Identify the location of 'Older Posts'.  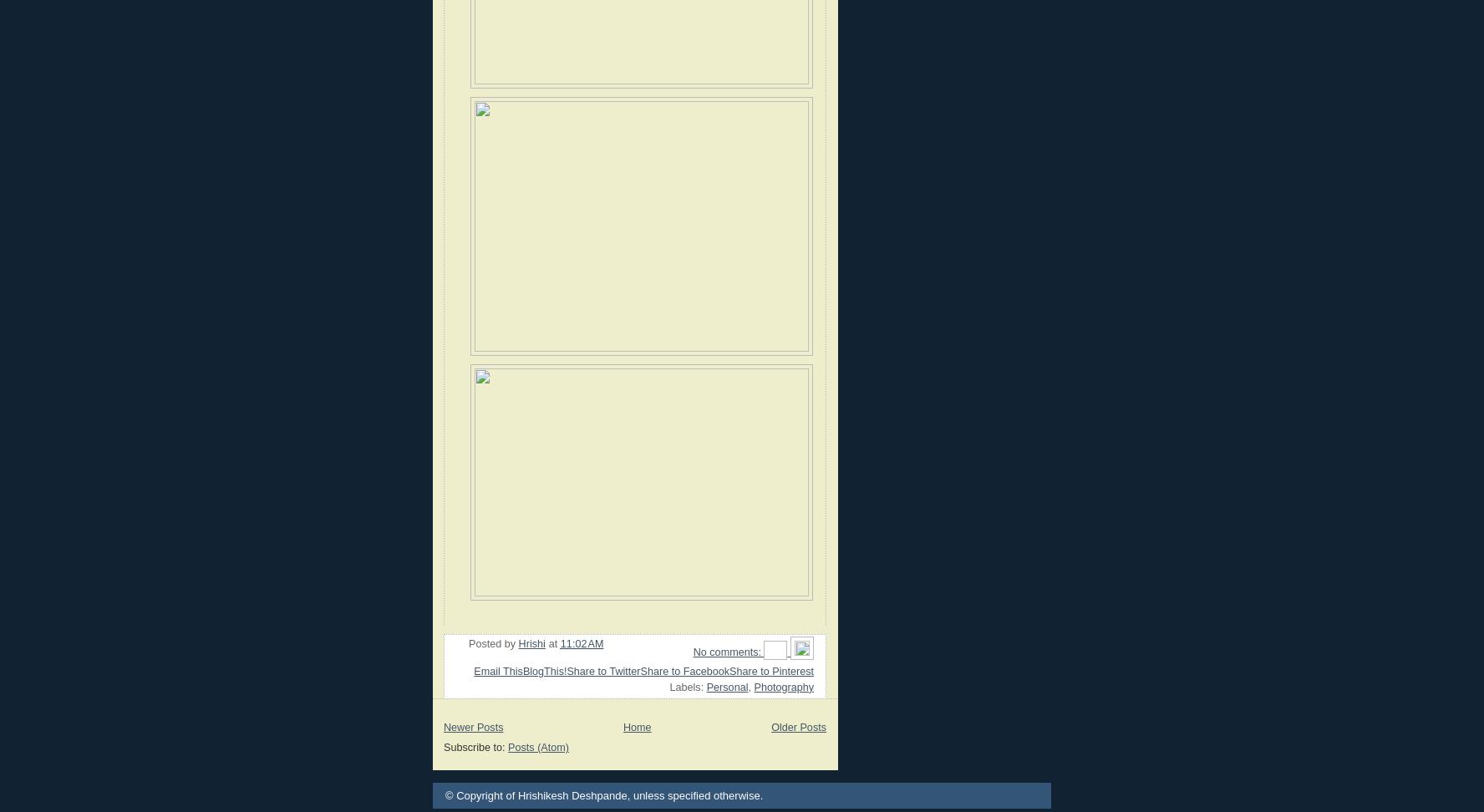
(798, 727).